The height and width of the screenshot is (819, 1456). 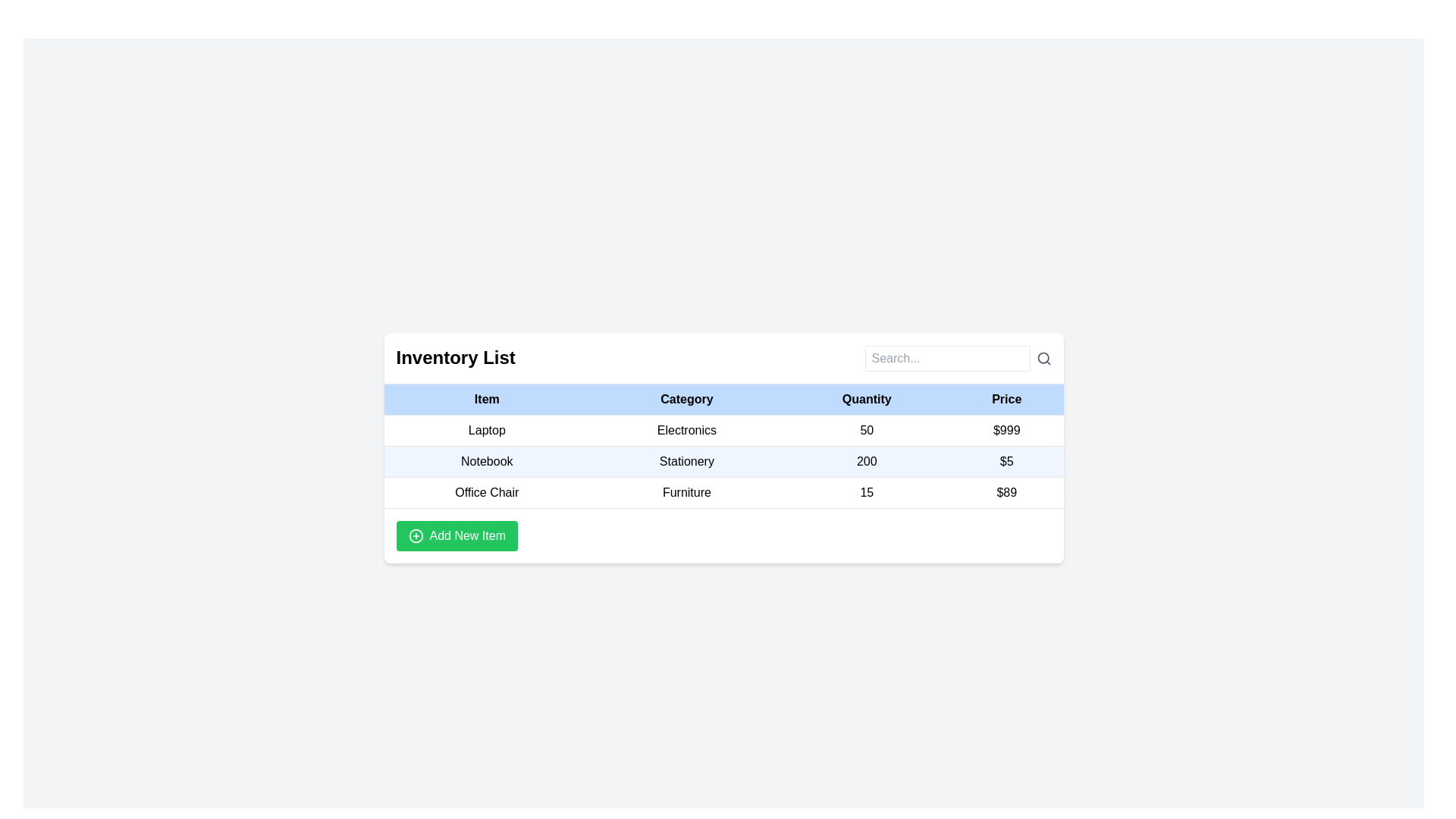 What do you see at coordinates (1006, 460) in the screenshot?
I see `the Text label displaying the monetary value for the 'Notebook' item in the second row under the 'Price' column` at bounding box center [1006, 460].